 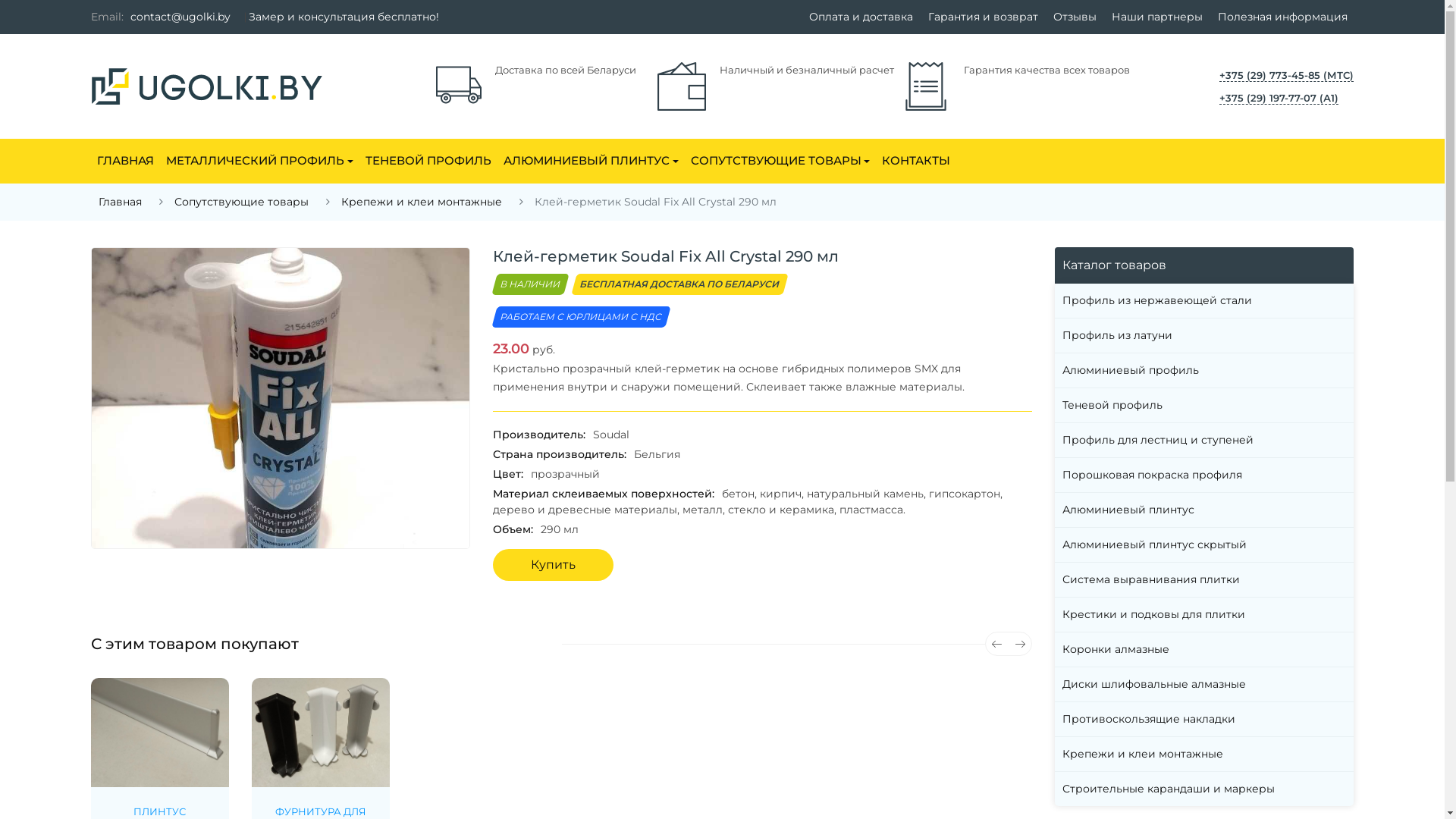 What do you see at coordinates (180, 17) in the screenshot?
I see `'contact@ugolki.by'` at bounding box center [180, 17].